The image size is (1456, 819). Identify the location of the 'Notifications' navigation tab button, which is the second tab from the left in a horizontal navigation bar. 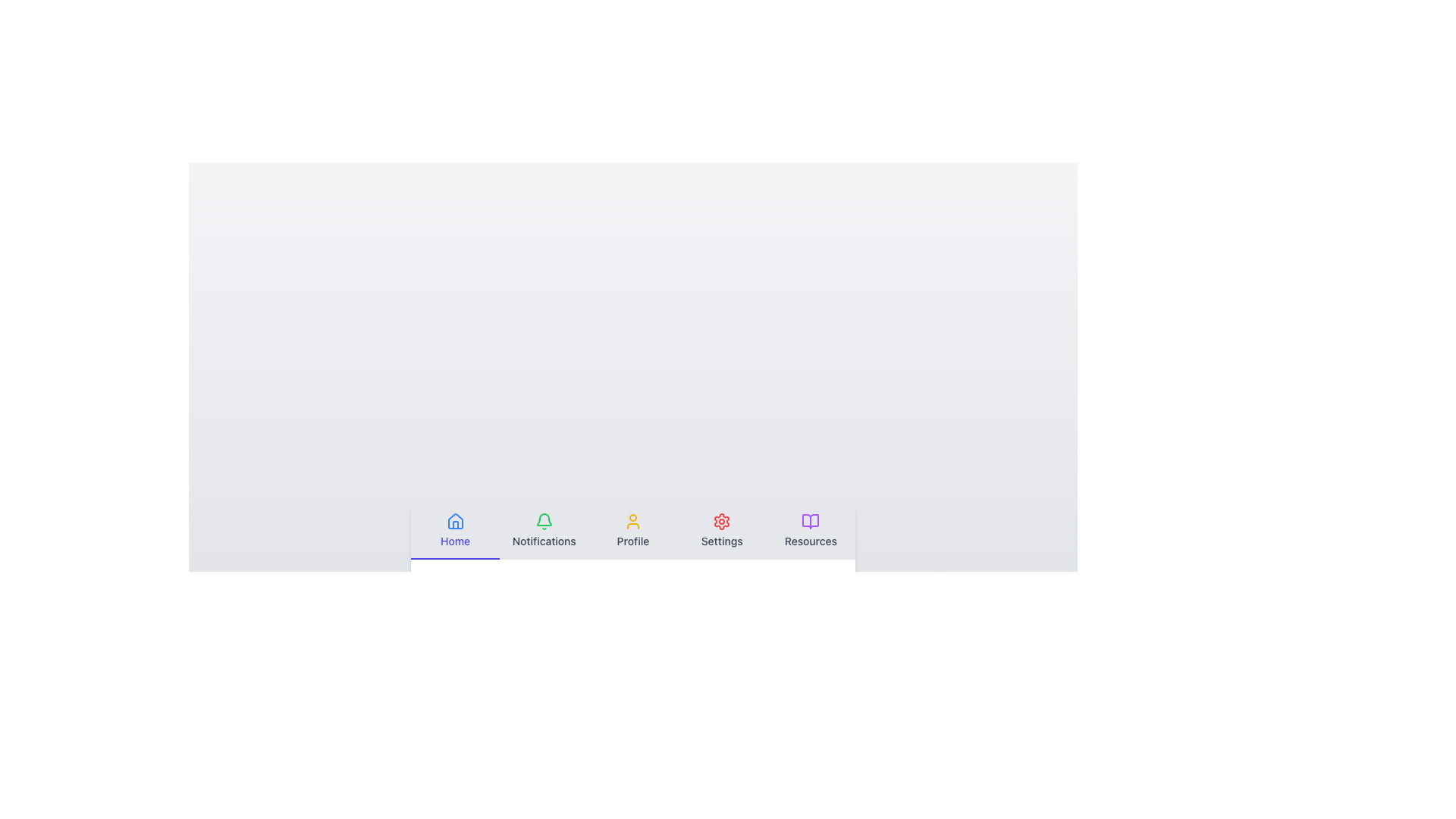
(544, 531).